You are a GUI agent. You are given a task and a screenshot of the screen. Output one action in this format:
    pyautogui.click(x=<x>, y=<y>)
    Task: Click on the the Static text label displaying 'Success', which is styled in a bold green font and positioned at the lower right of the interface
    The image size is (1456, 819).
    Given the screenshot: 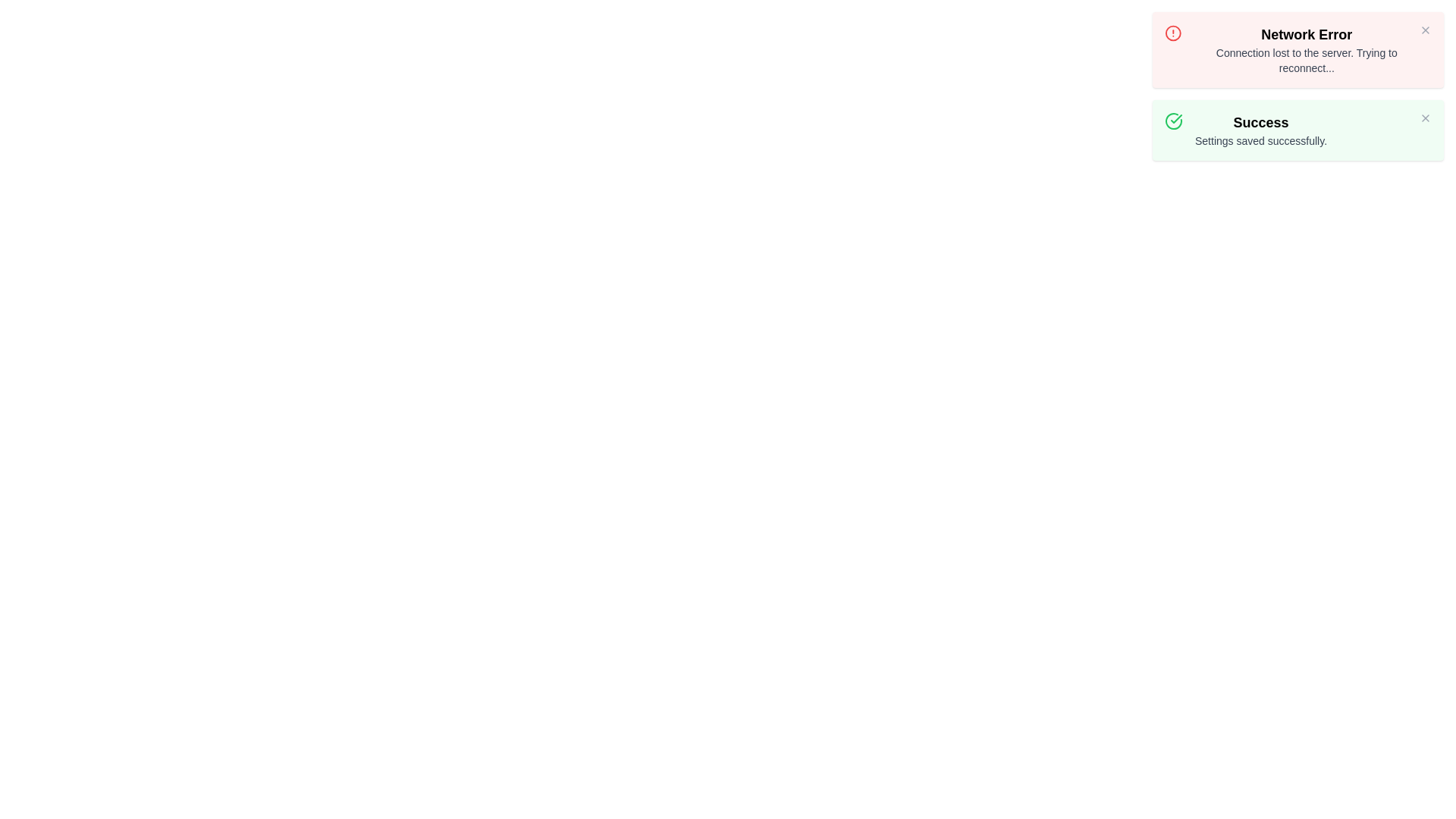 What is the action you would take?
    pyautogui.click(x=1261, y=122)
    